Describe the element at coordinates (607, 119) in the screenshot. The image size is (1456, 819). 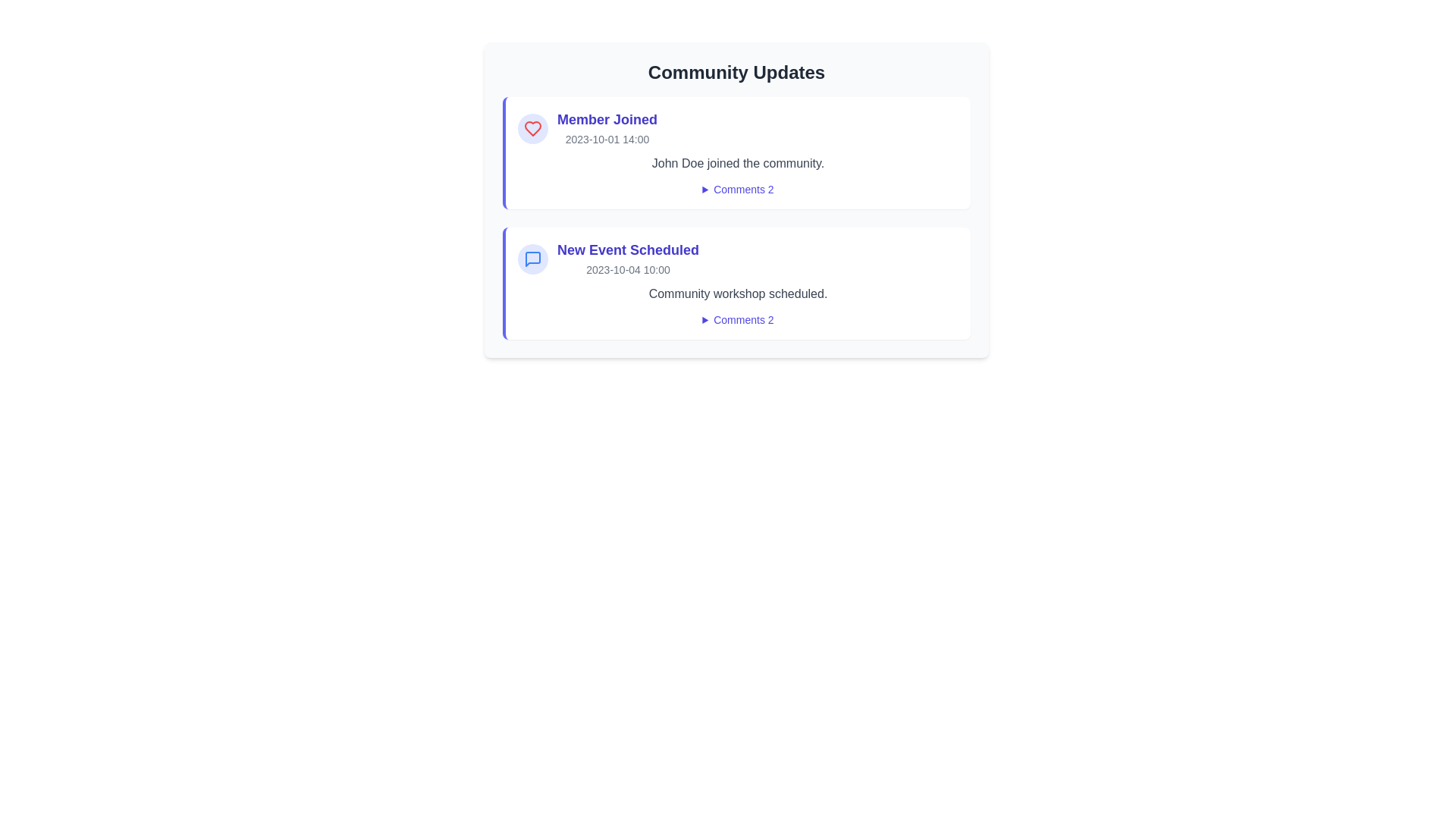
I see `the text label that reads 'Member Joined' displayed in a large, bold, indigo font, located in the upper part of the first community update card` at that location.